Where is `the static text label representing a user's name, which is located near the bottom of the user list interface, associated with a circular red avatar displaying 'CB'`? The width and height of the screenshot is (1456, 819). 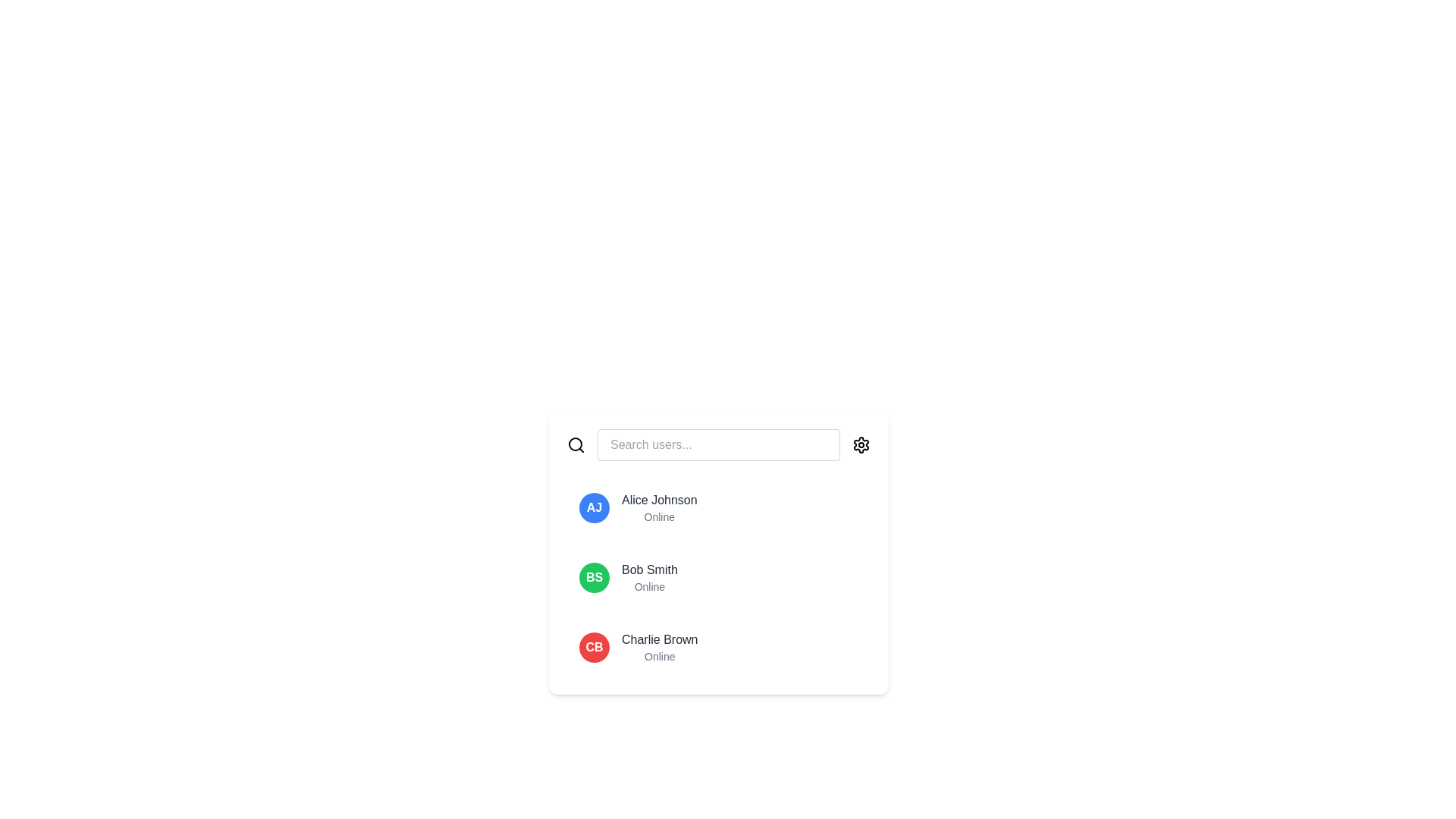 the static text label representing a user's name, which is located near the bottom of the user list interface, associated with a circular red avatar displaying 'CB' is located at coordinates (660, 640).